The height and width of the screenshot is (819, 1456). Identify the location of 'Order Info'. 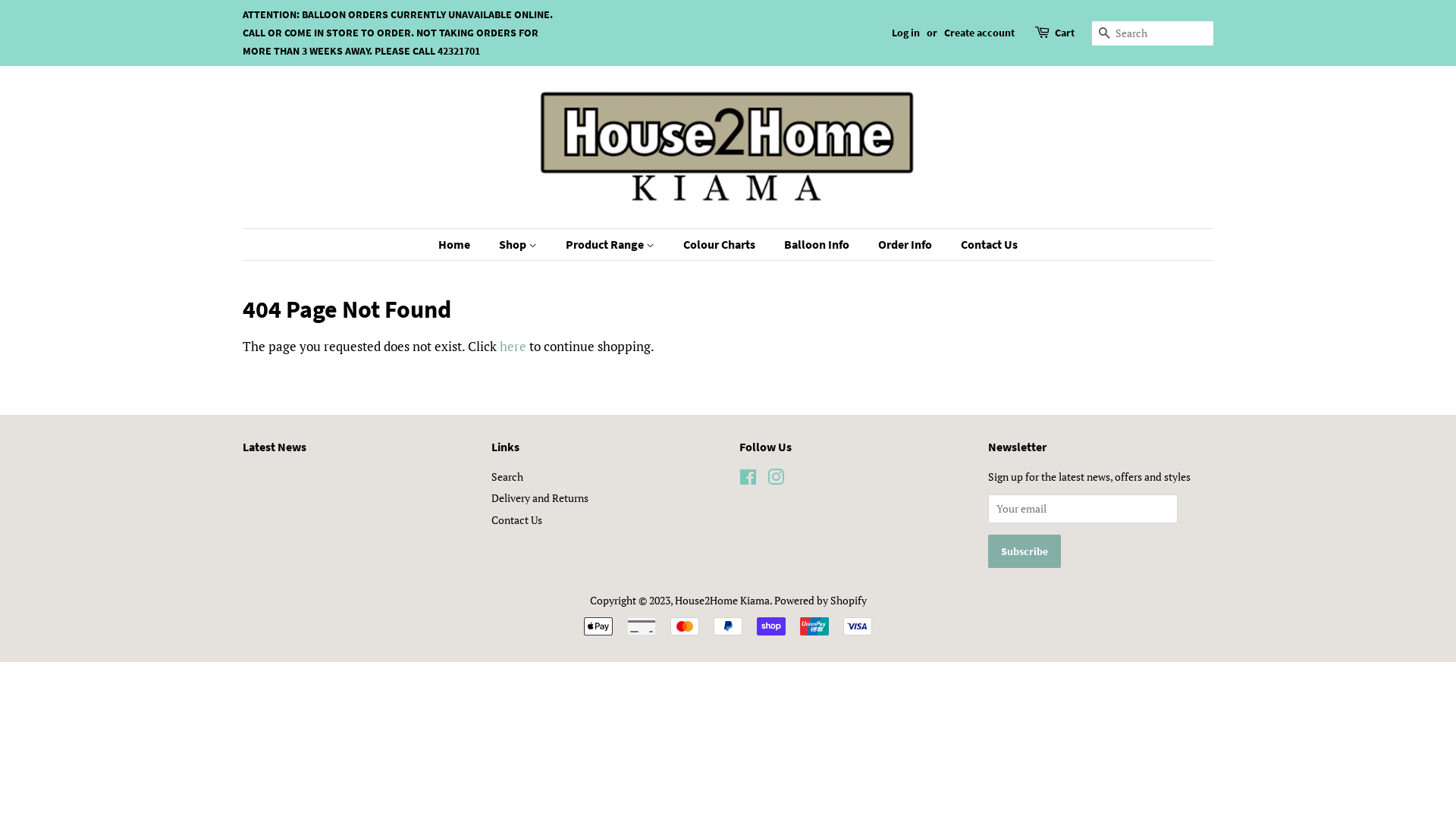
(906, 243).